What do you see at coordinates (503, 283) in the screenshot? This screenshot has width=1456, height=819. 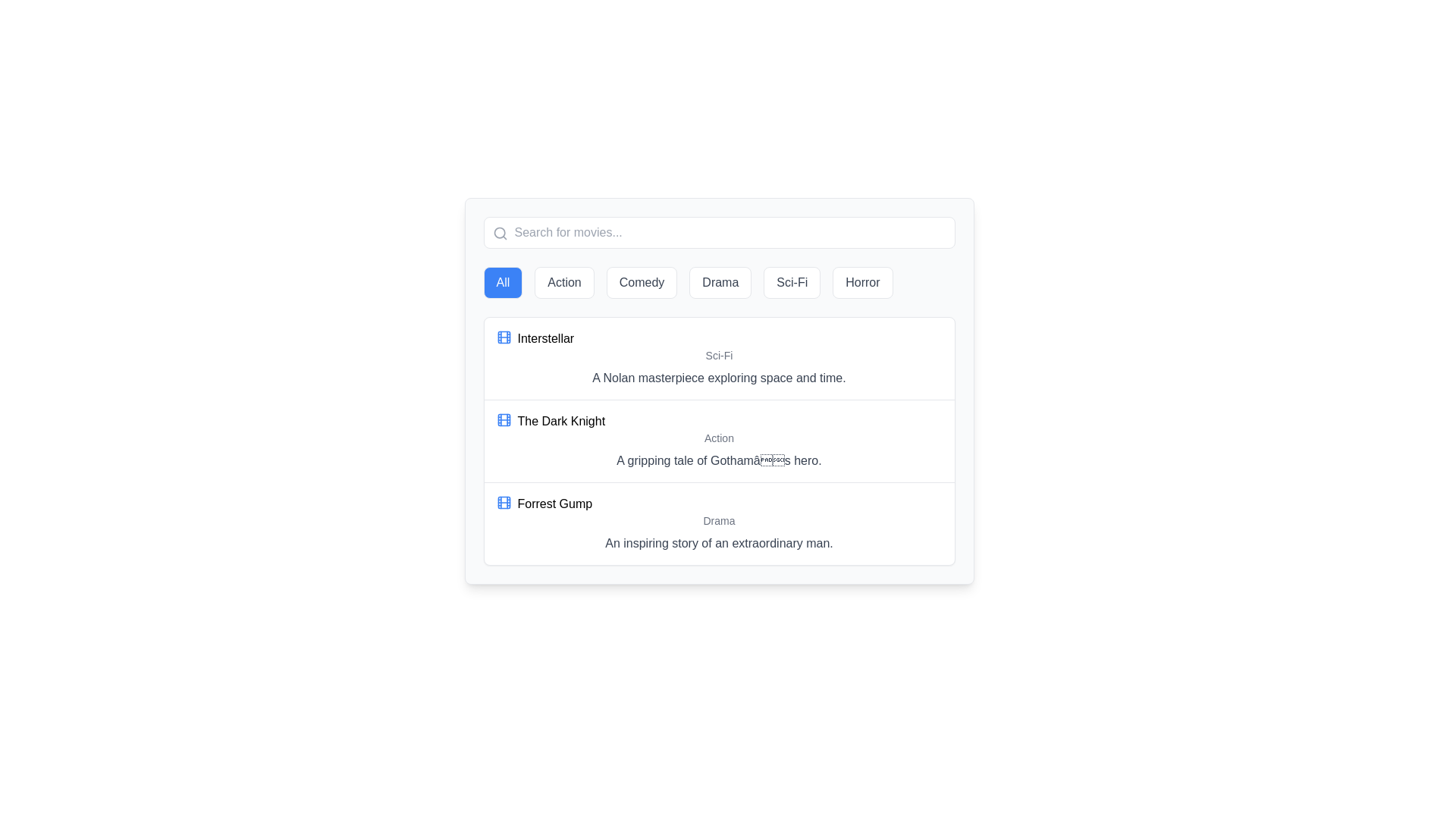 I see `the button with rounded corners, blue background, and white text labeled 'All', which is the first button in a horizontal list located below the search bar` at bounding box center [503, 283].